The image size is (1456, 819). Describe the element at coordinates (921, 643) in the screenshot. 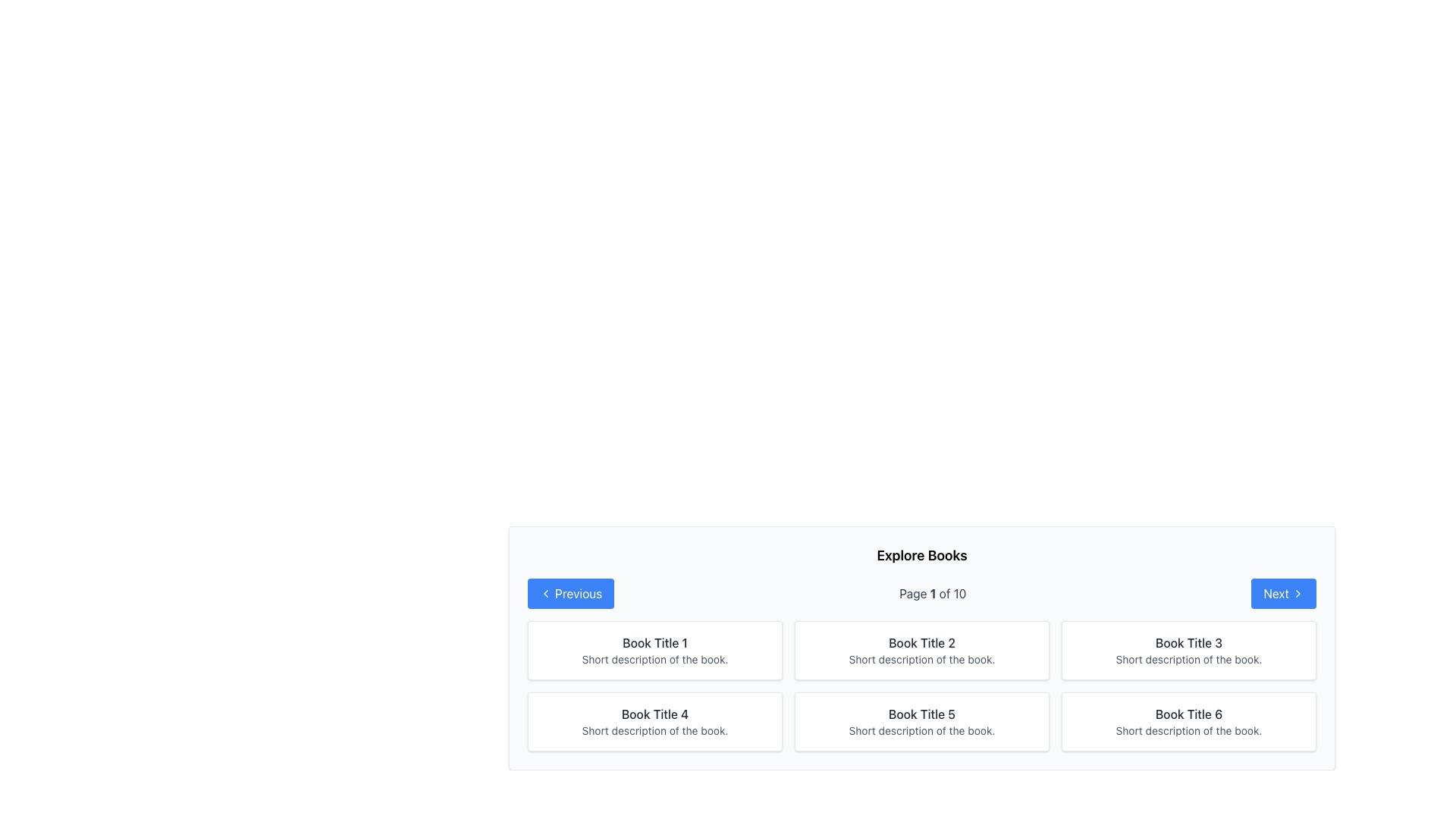

I see `the title of the second book in the first row of the grid layout, which is identified as a text label providing context for the book` at that location.